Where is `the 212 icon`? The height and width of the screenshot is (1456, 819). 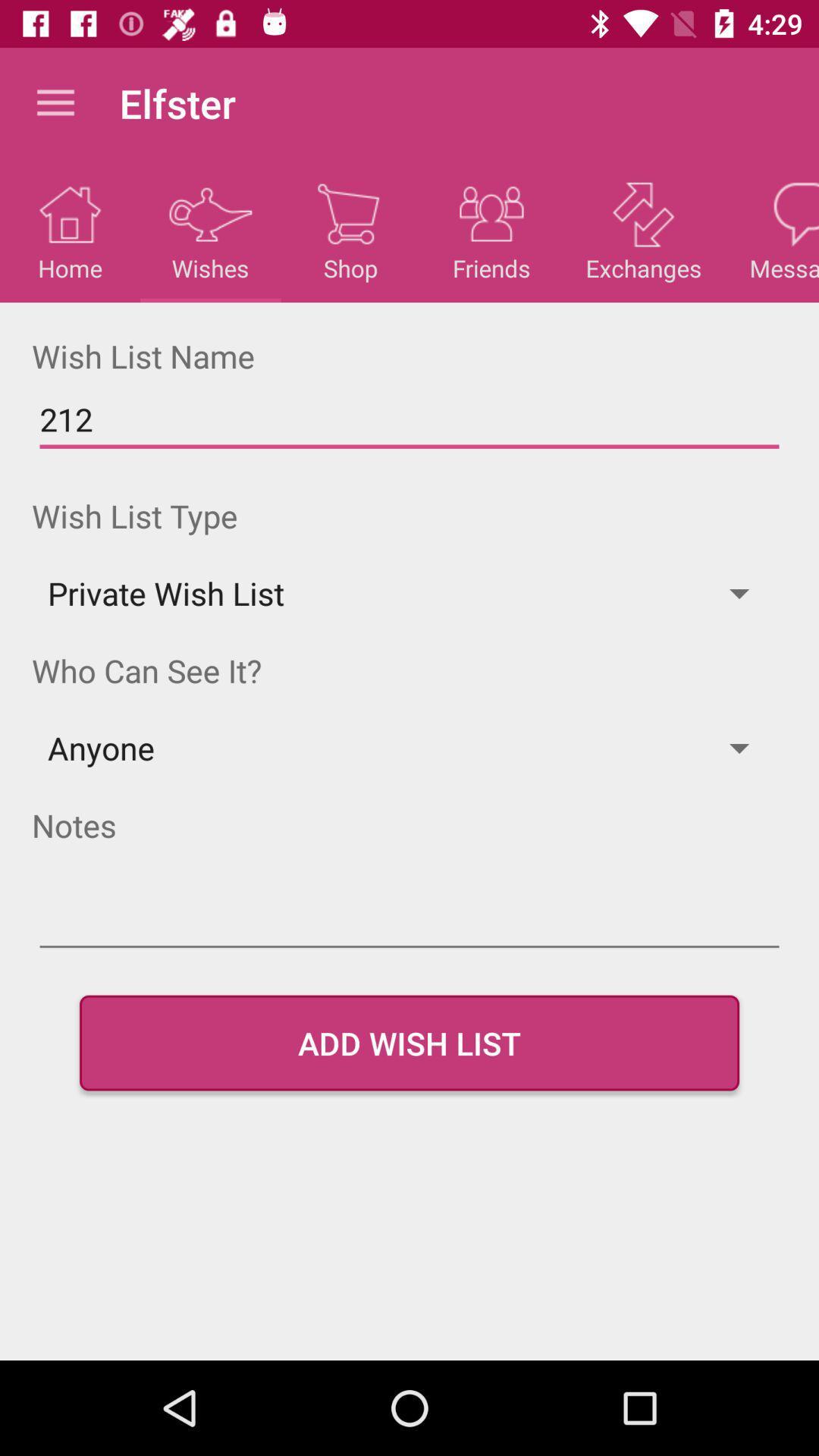 the 212 icon is located at coordinates (409, 419).